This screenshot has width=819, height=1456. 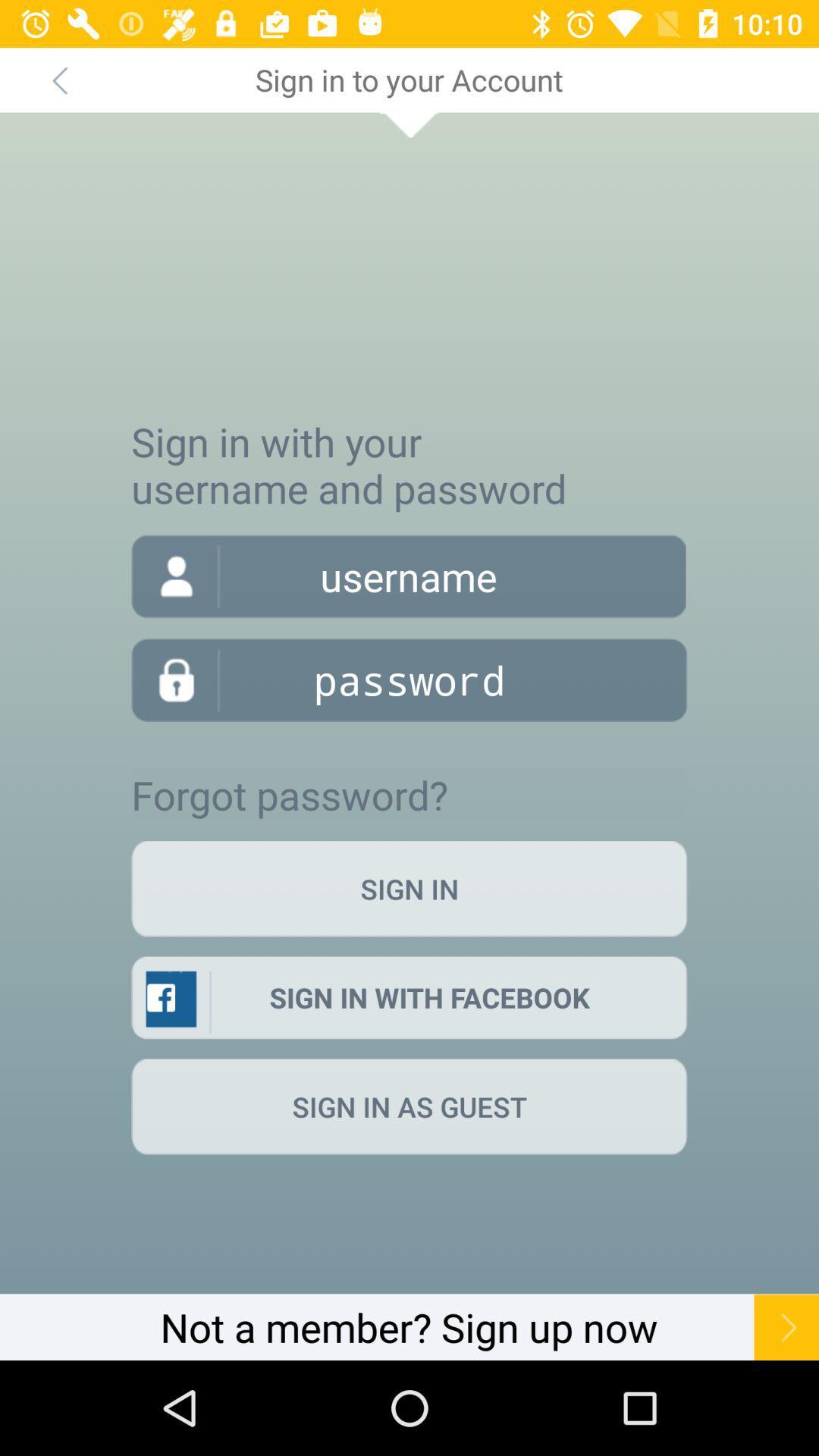 What do you see at coordinates (409, 679) in the screenshot?
I see `password typing option` at bounding box center [409, 679].